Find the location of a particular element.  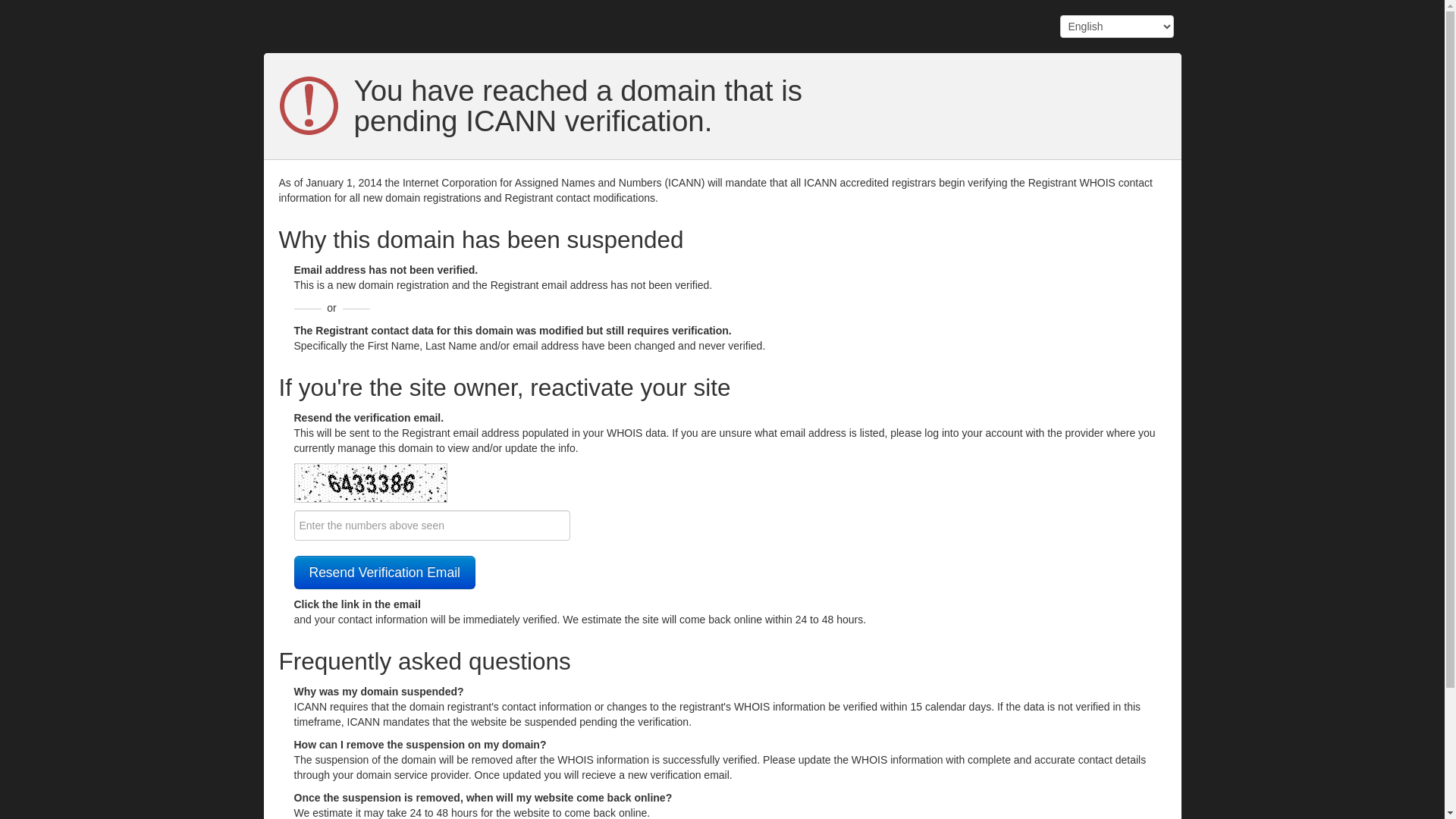

'Resend Verification Email' is located at coordinates (384, 573).